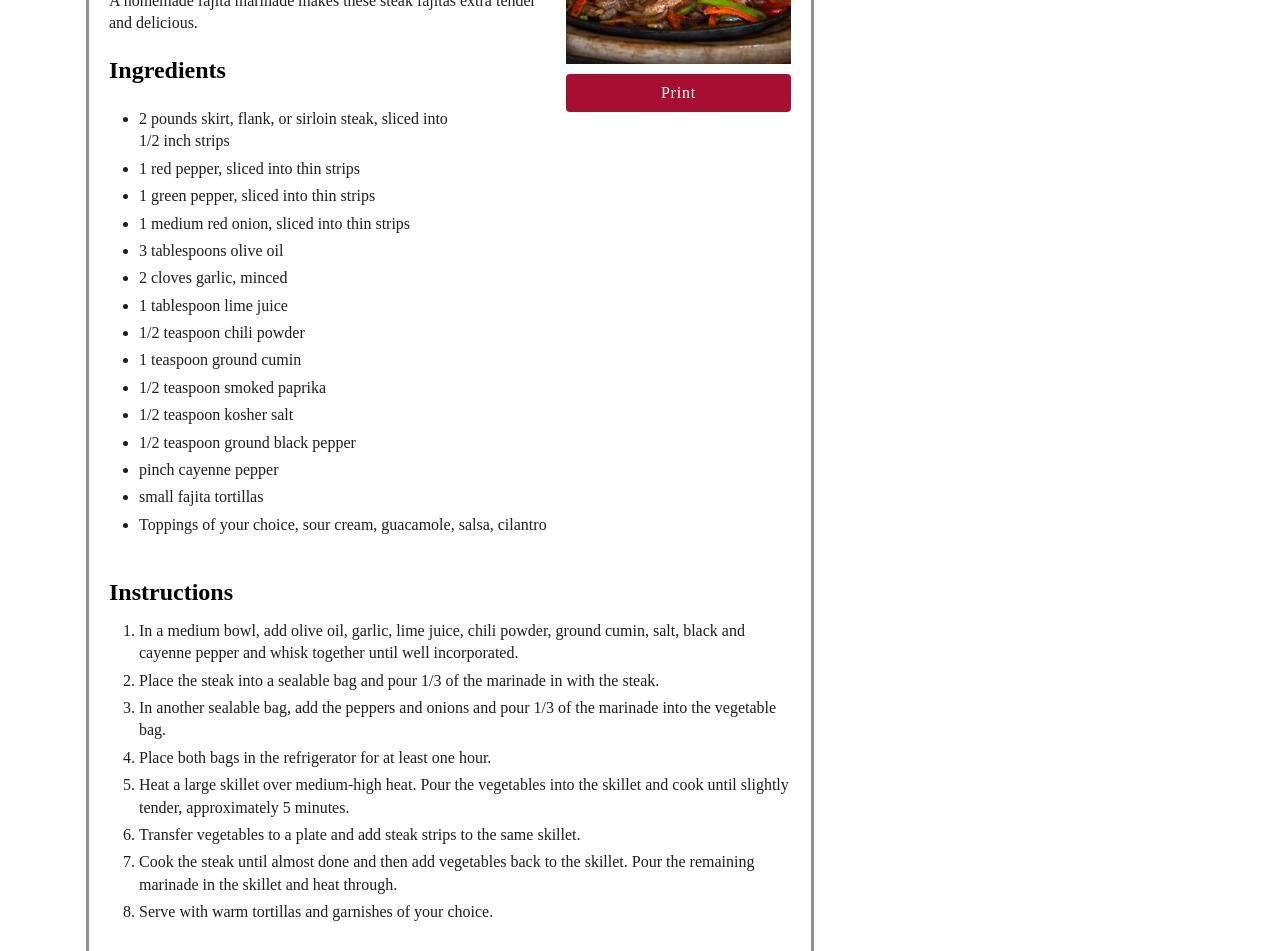  Describe the element at coordinates (208, 469) in the screenshot. I see `'pinch cayenne pepper'` at that location.